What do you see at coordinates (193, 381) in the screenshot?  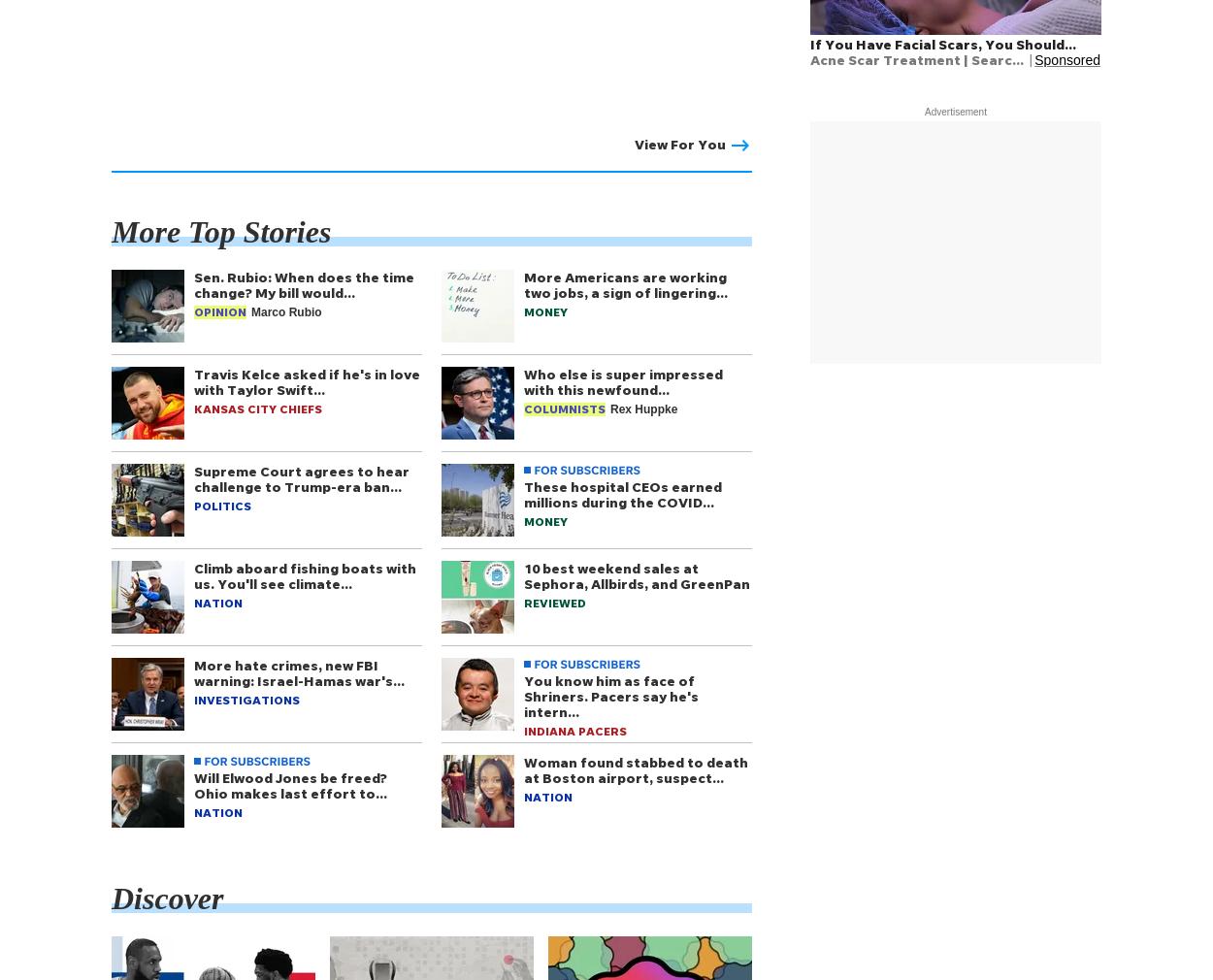 I see `'Travis Kelce asked if he's in love with Taylor Swift…'` at bounding box center [193, 381].